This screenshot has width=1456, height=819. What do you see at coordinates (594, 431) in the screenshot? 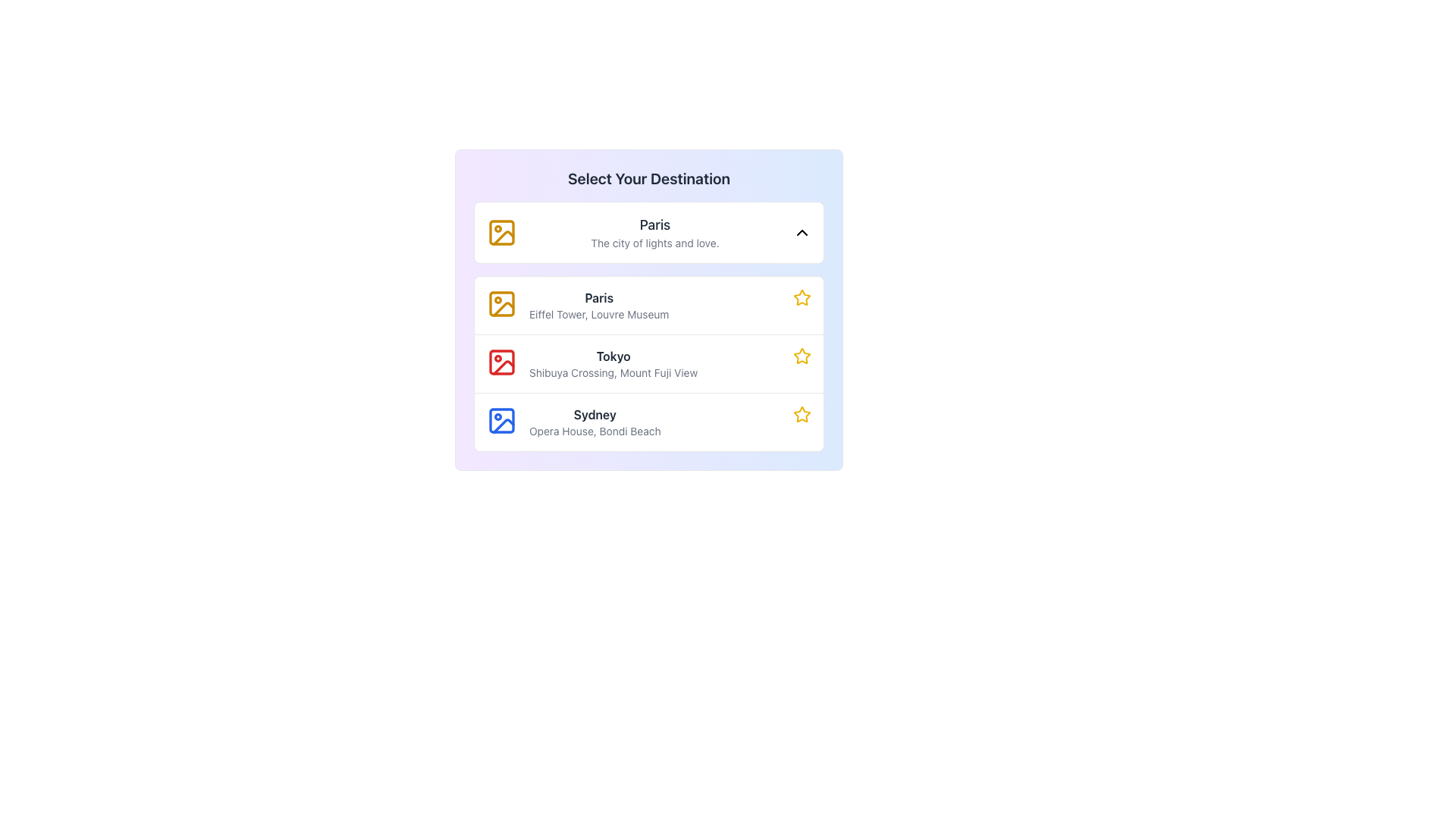
I see `the text label displaying 'Opera House, Bondi Beach', which is located directly under the bold text 'Sydney' in the list of destinations` at bounding box center [594, 431].